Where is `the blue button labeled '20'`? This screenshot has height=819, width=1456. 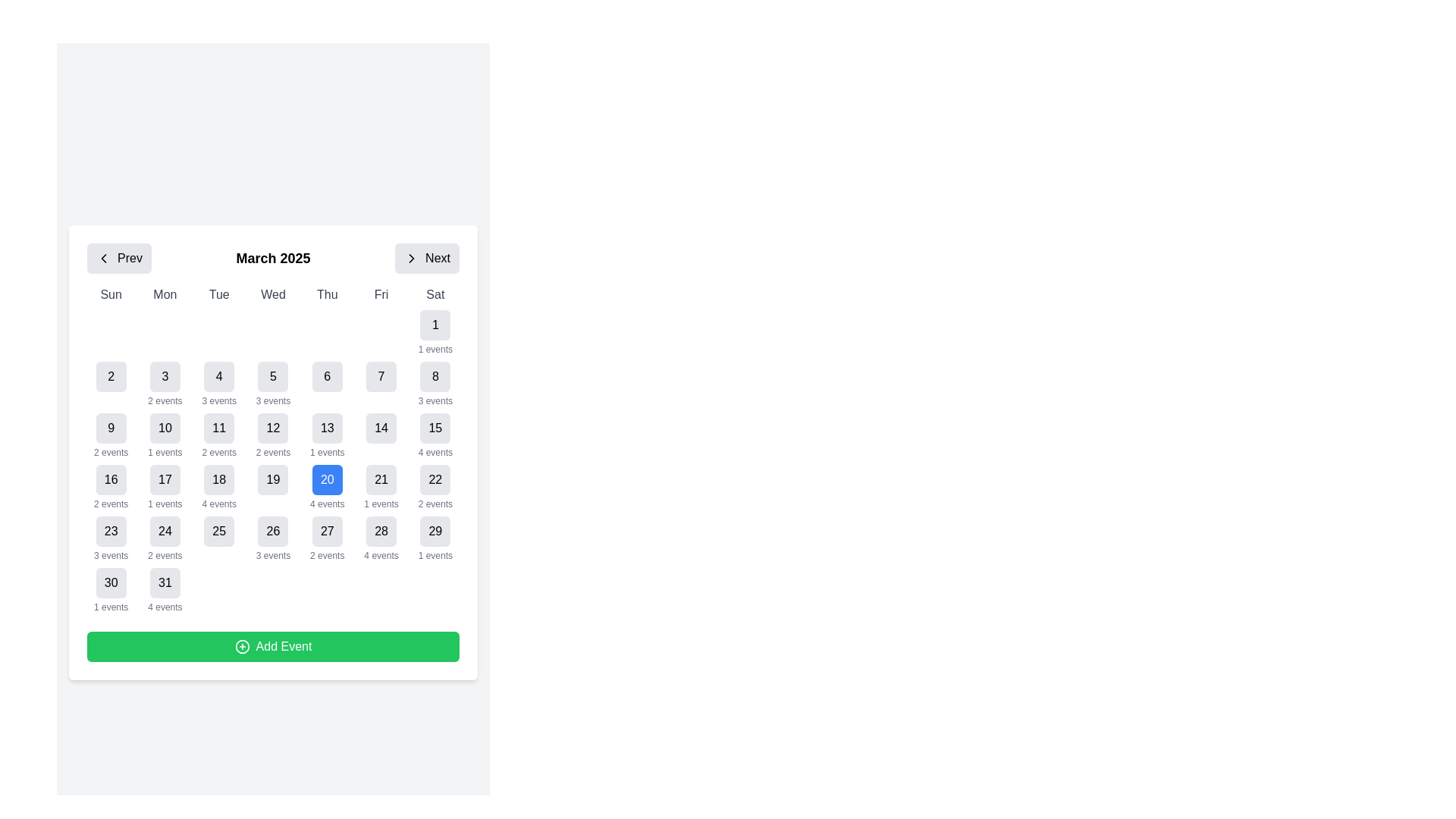
the blue button labeled '20' is located at coordinates (326, 479).